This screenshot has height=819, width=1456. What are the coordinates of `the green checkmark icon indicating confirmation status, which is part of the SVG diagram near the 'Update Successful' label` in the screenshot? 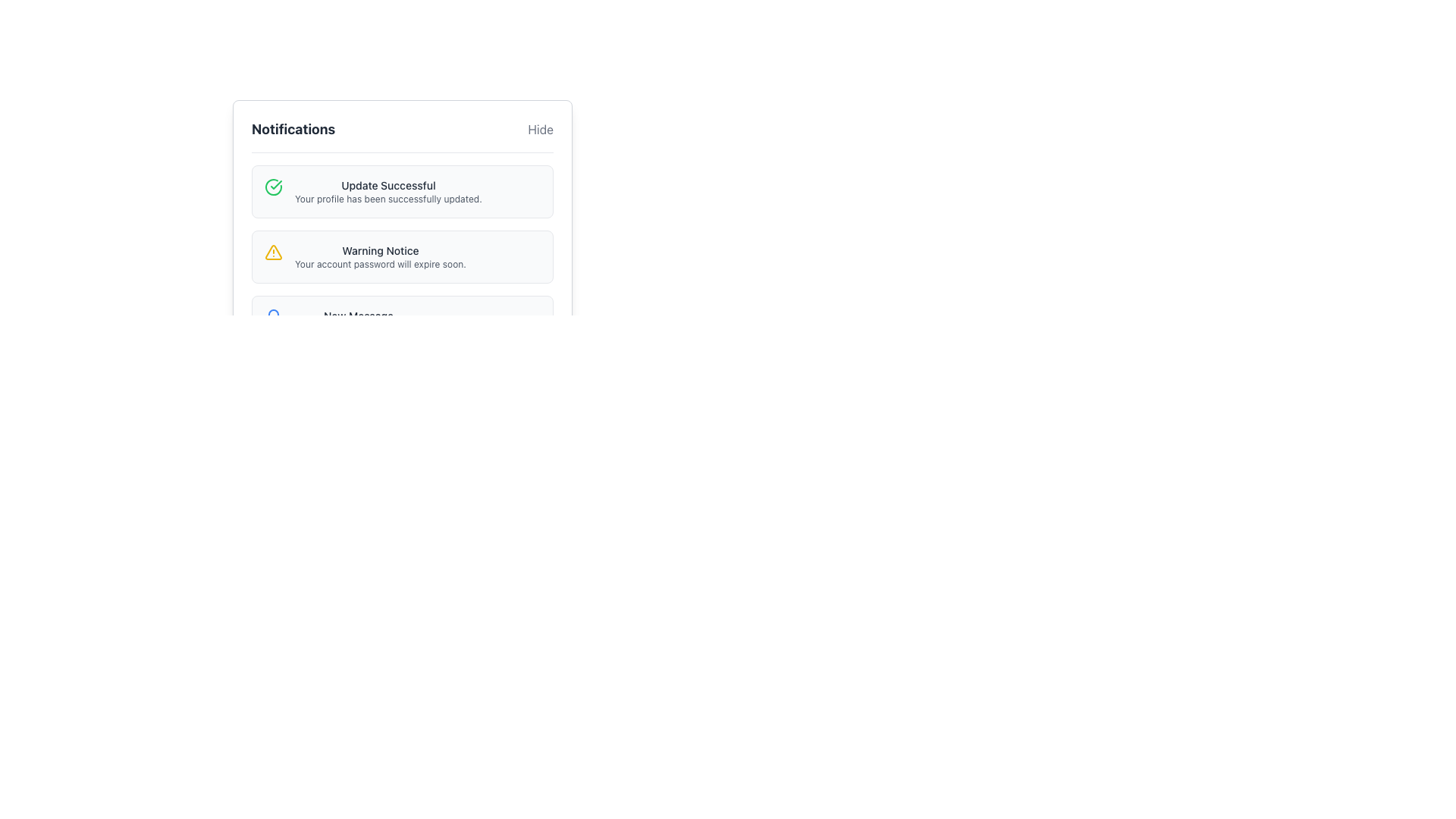 It's located at (276, 184).